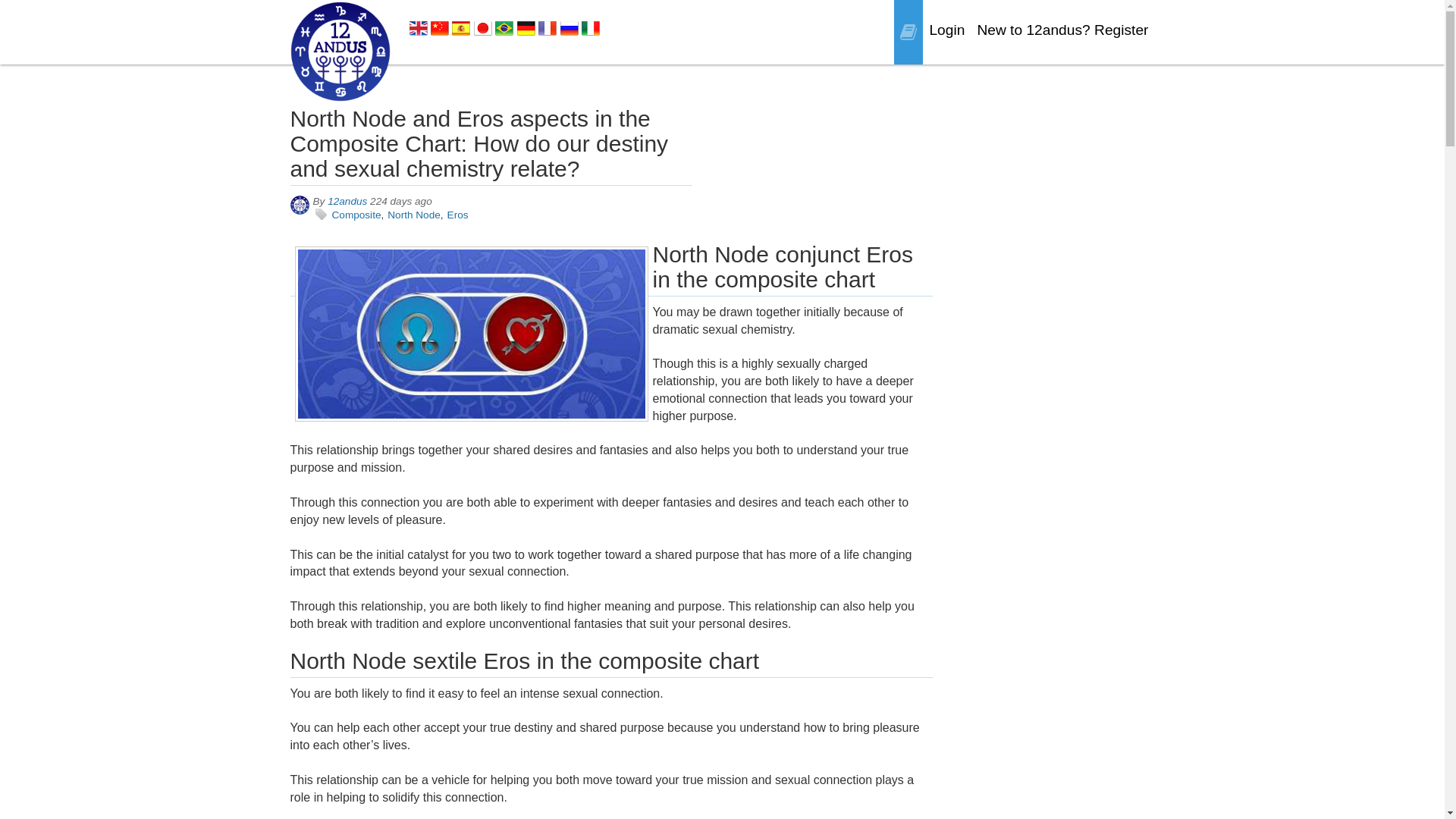  What do you see at coordinates (546, 28) in the screenshot?
I see `'French'` at bounding box center [546, 28].